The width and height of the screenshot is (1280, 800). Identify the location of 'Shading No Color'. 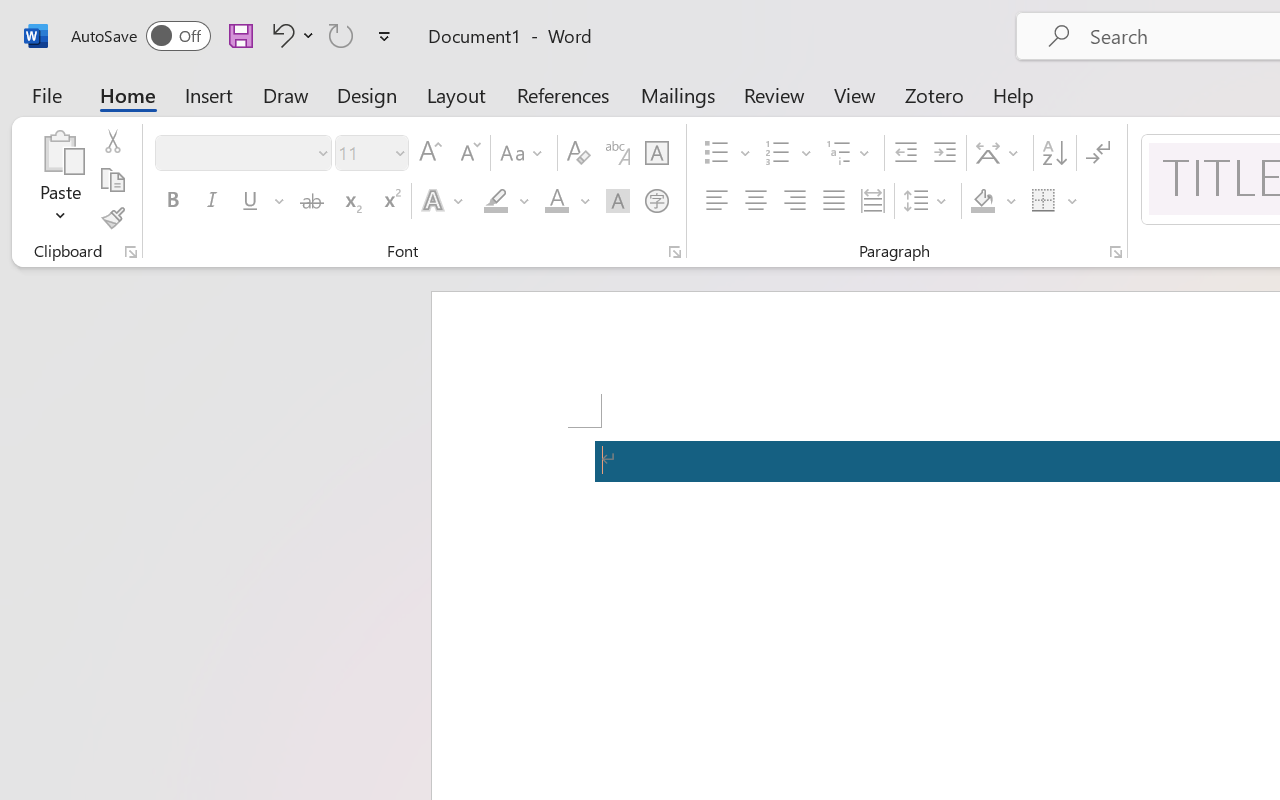
(983, 201).